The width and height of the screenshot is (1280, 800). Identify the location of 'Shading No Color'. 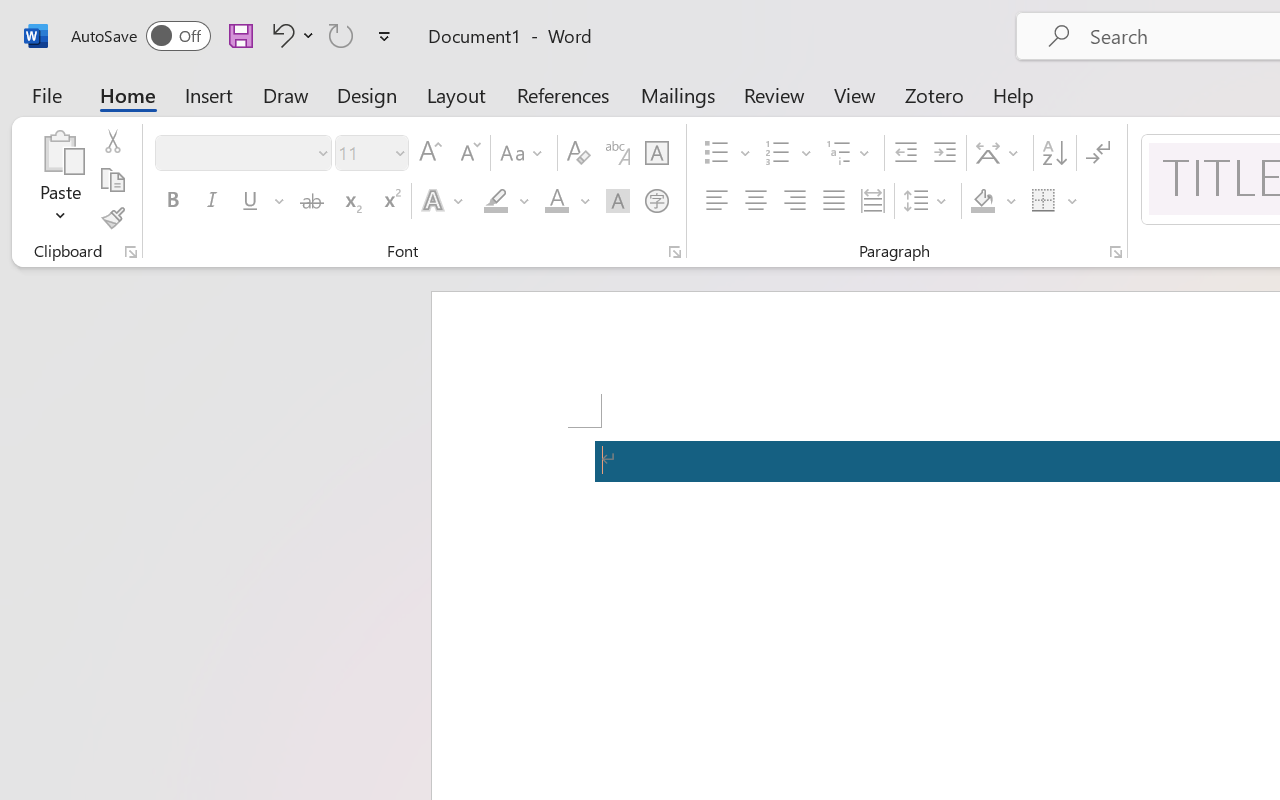
(983, 201).